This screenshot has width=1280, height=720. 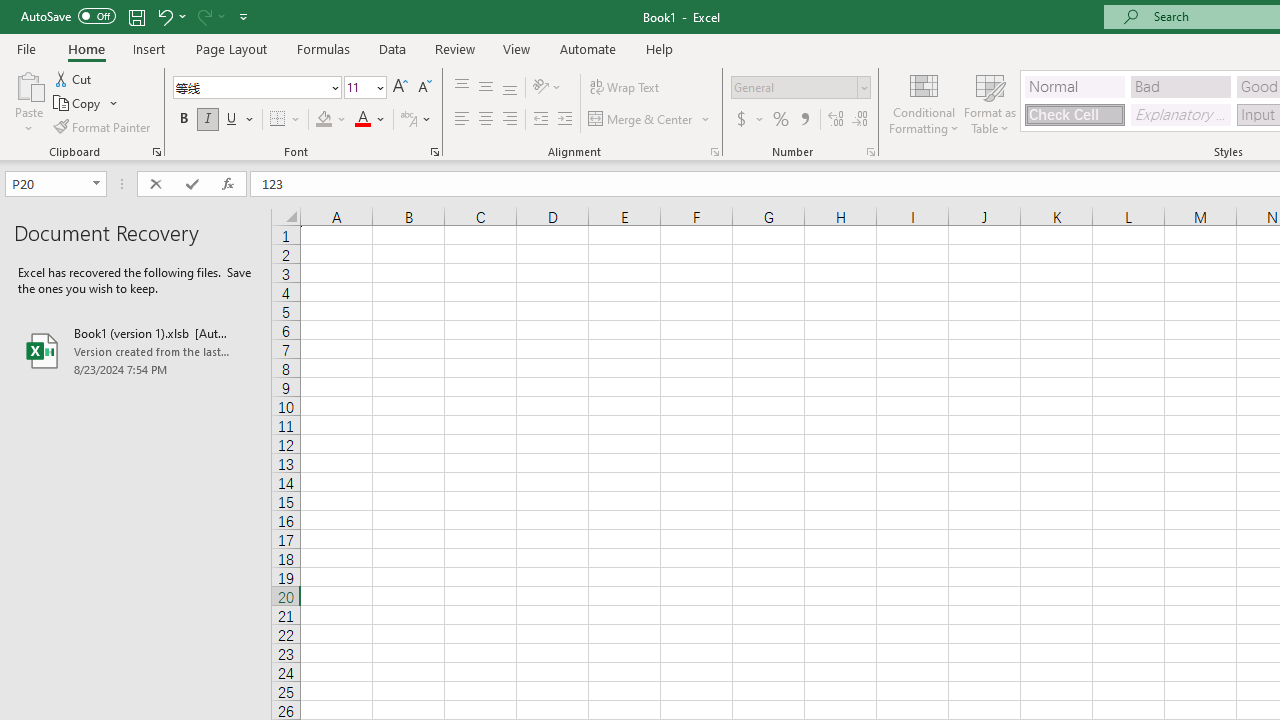 What do you see at coordinates (510, 86) in the screenshot?
I see `'Bottom Align'` at bounding box center [510, 86].